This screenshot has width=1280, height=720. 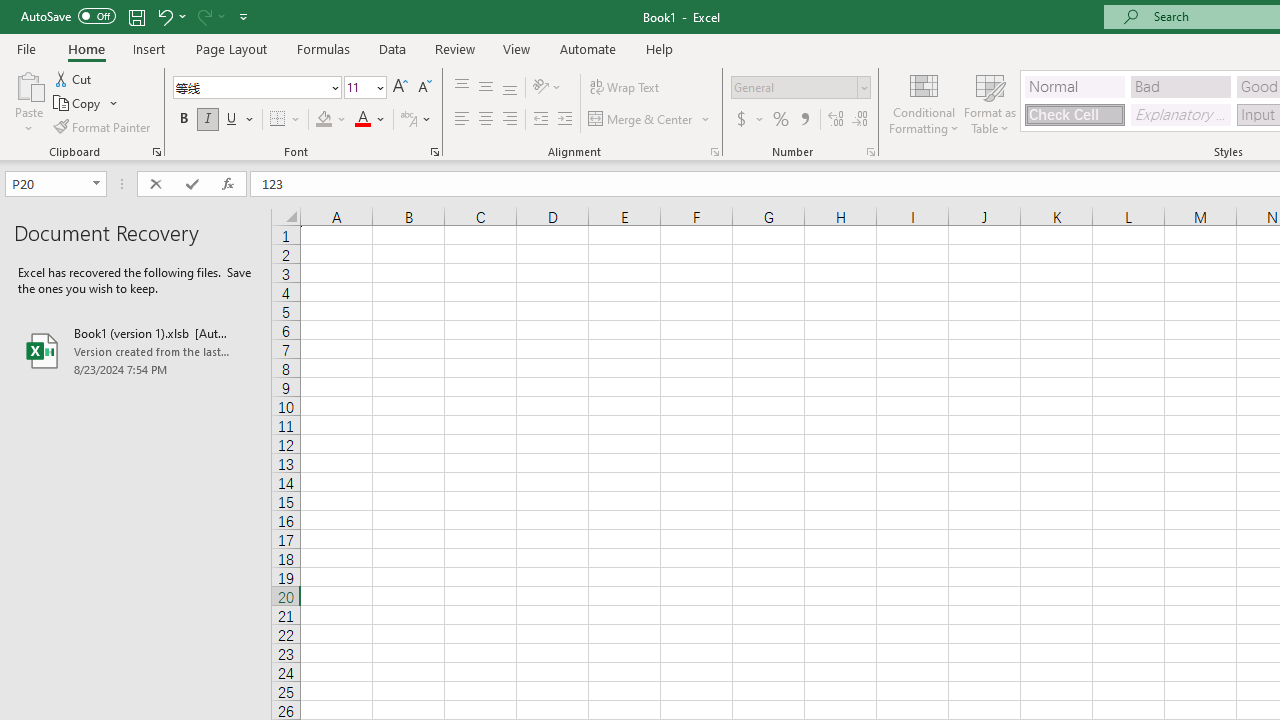 What do you see at coordinates (510, 86) in the screenshot?
I see `'Bottom Align'` at bounding box center [510, 86].